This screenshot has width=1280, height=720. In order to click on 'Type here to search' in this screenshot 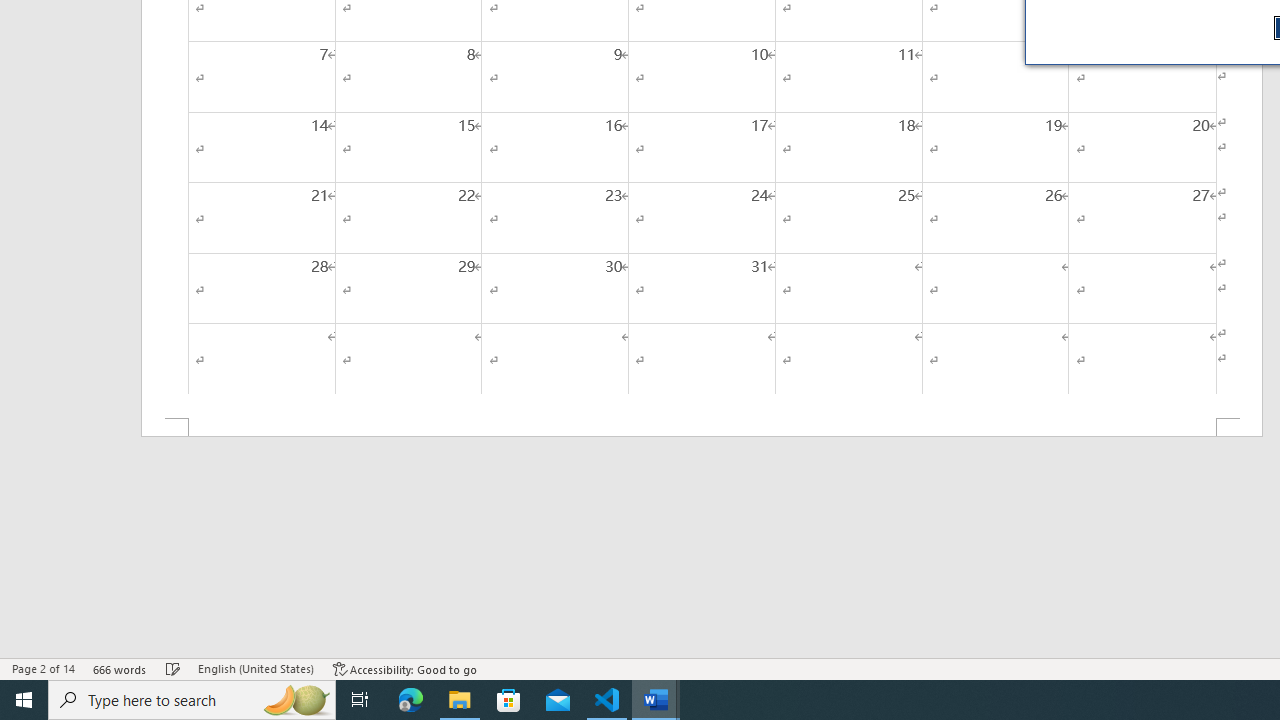, I will do `click(192, 698)`.